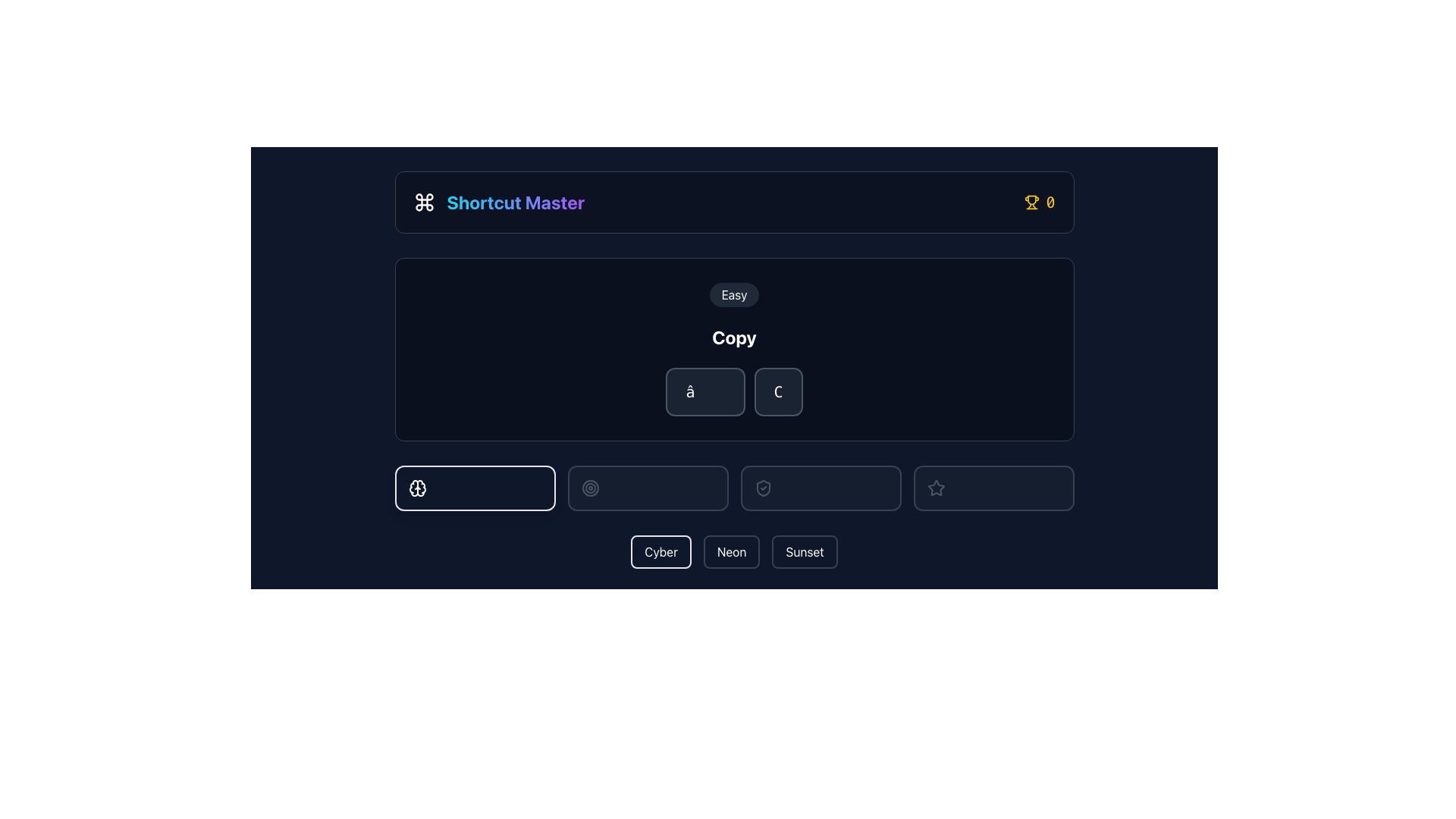 The height and width of the screenshot is (819, 1456). Describe the element at coordinates (424, 201) in the screenshot. I see `the cyan command key icon with a rounded corner design, located to the left of the text 'Shortcut Master' near the header` at that location.